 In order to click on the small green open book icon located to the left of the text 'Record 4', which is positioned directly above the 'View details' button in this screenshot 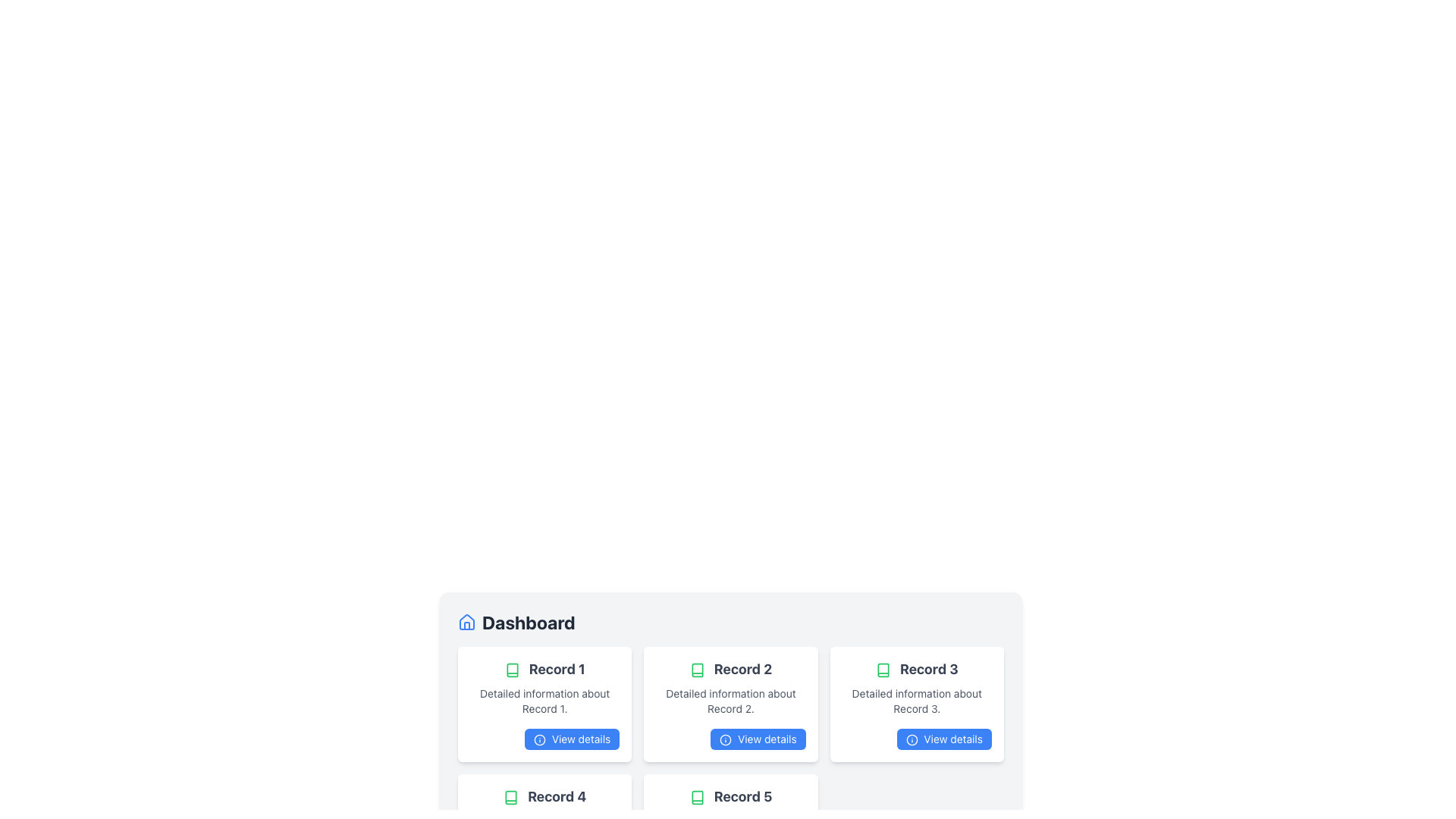, I will do `click(510, 797)`.